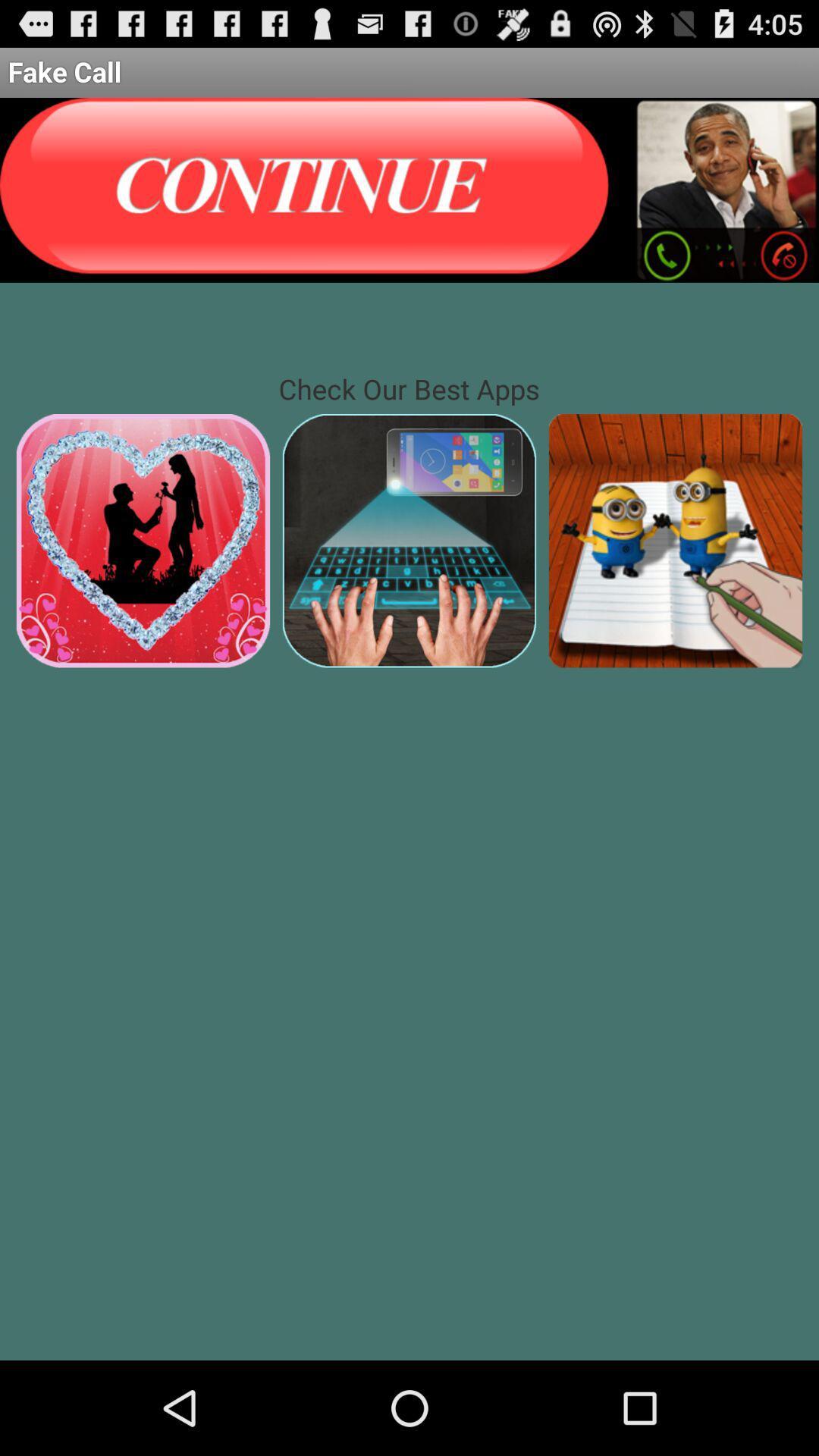 Image resolution: width=819 pixels, height=1456 pixels. I want to click on minion option, so click(675, 541).